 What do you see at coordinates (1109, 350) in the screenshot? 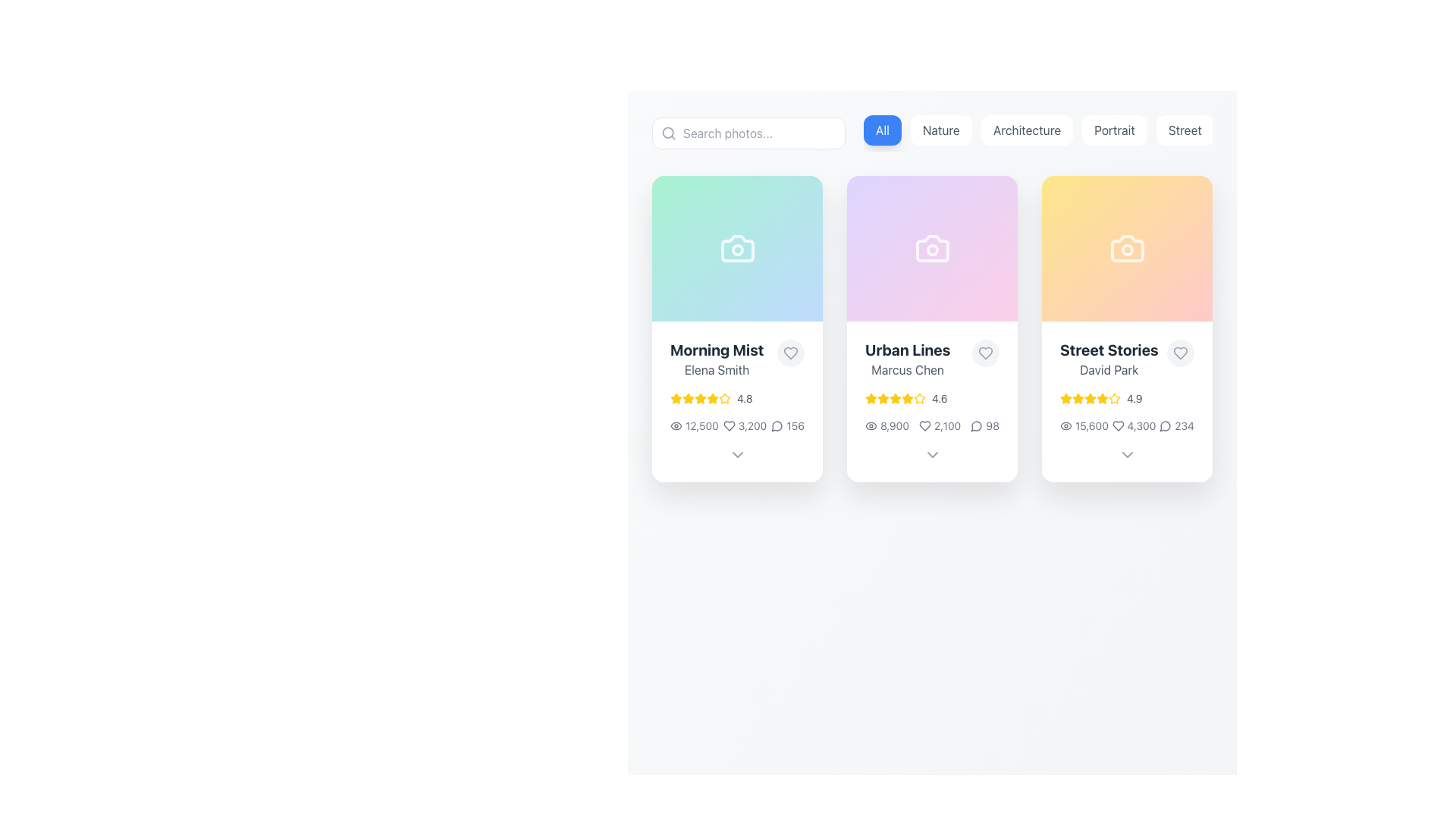
I see `the 'Street Stories' text label, which is the title of the card associated with the photo collection, positioned in the top area of the rightmost card in a list of three cards under the 'Street' category` at bounding box center [1109, 350].